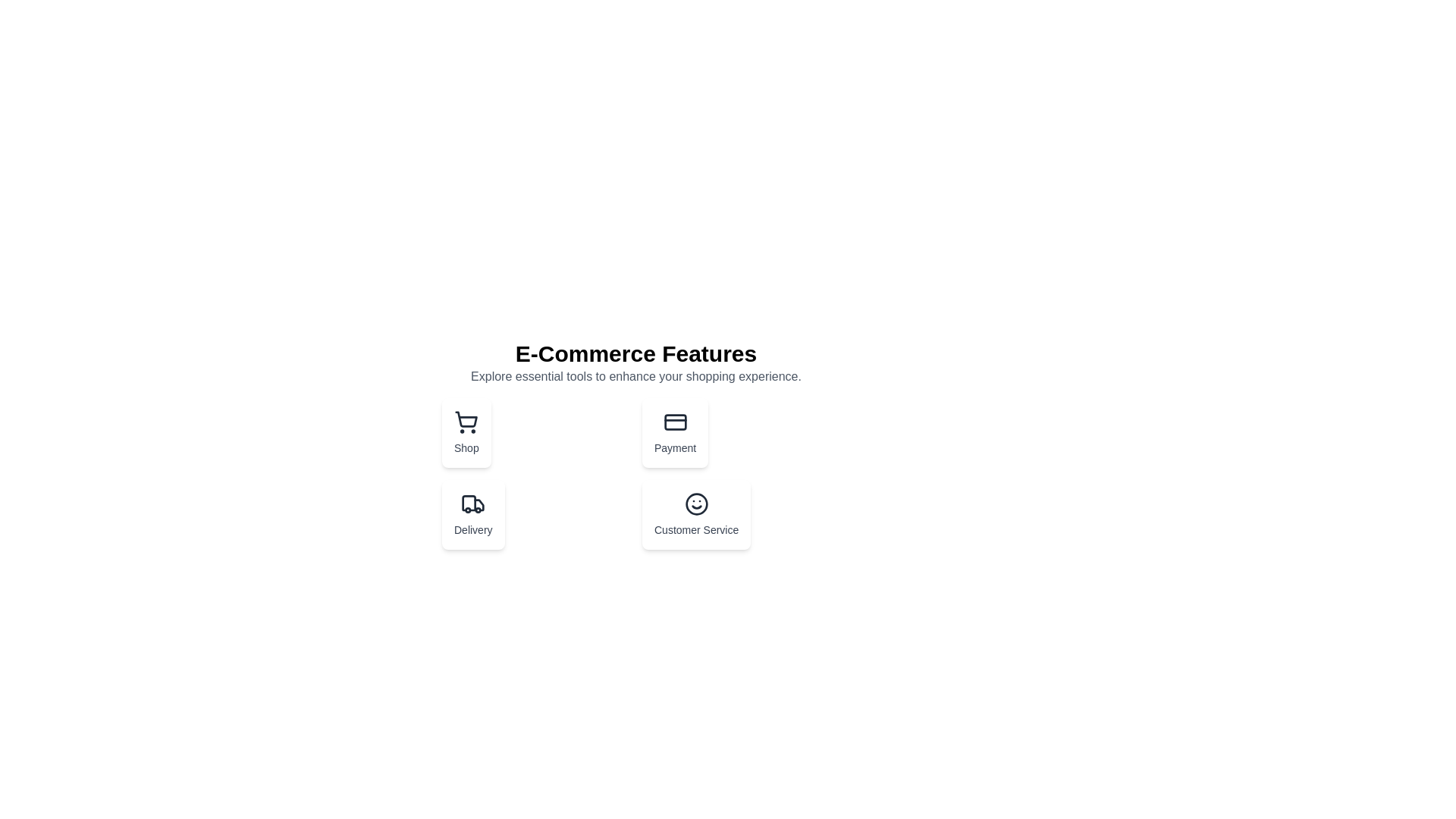 Image resolution: width=1456 pixels, height=819 pixels. Describe the element at coordinates (674, 422) in the screenshot. I see `the static visual icon element styled like a card, which is centered within the credit card icon in the 'Payment' section of the interface` at that location.